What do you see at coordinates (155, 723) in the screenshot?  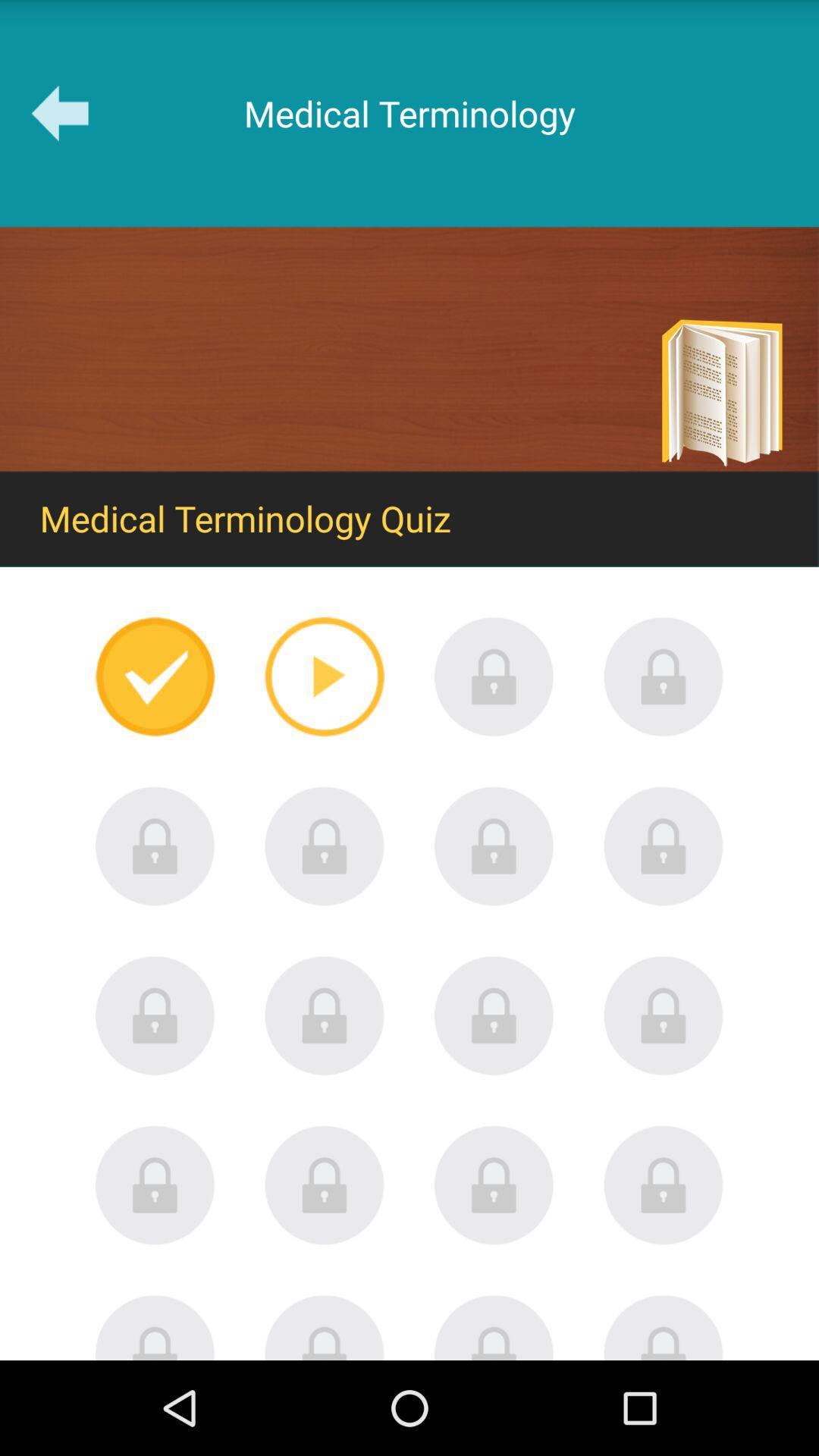 I see `the check icon` at bounding box center [155, 723].